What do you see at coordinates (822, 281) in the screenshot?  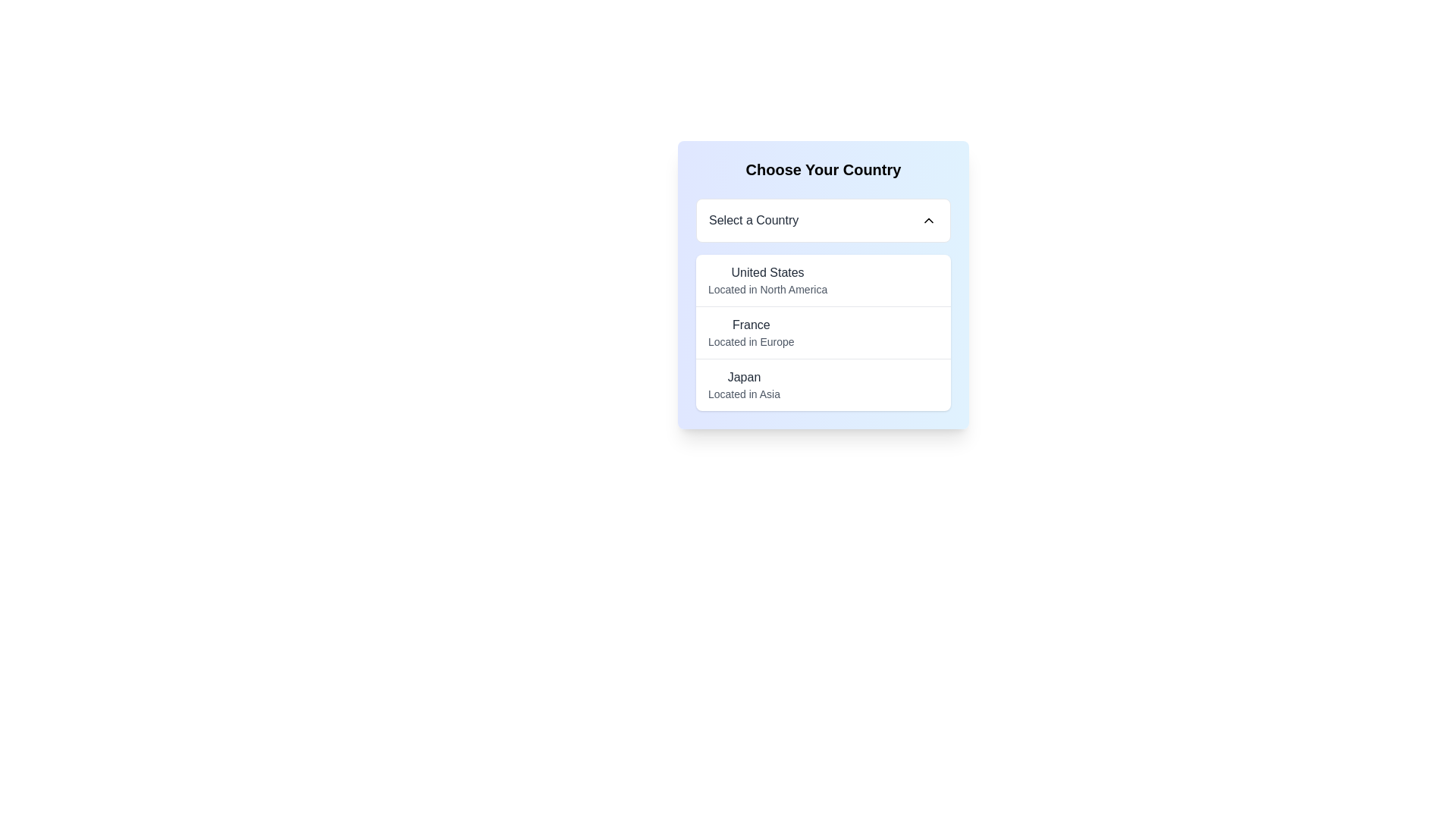 I see `the first selectable option in the list located beneath the 'Select a Country' drop-down and above 'France'` at bounding box center [822, 281].